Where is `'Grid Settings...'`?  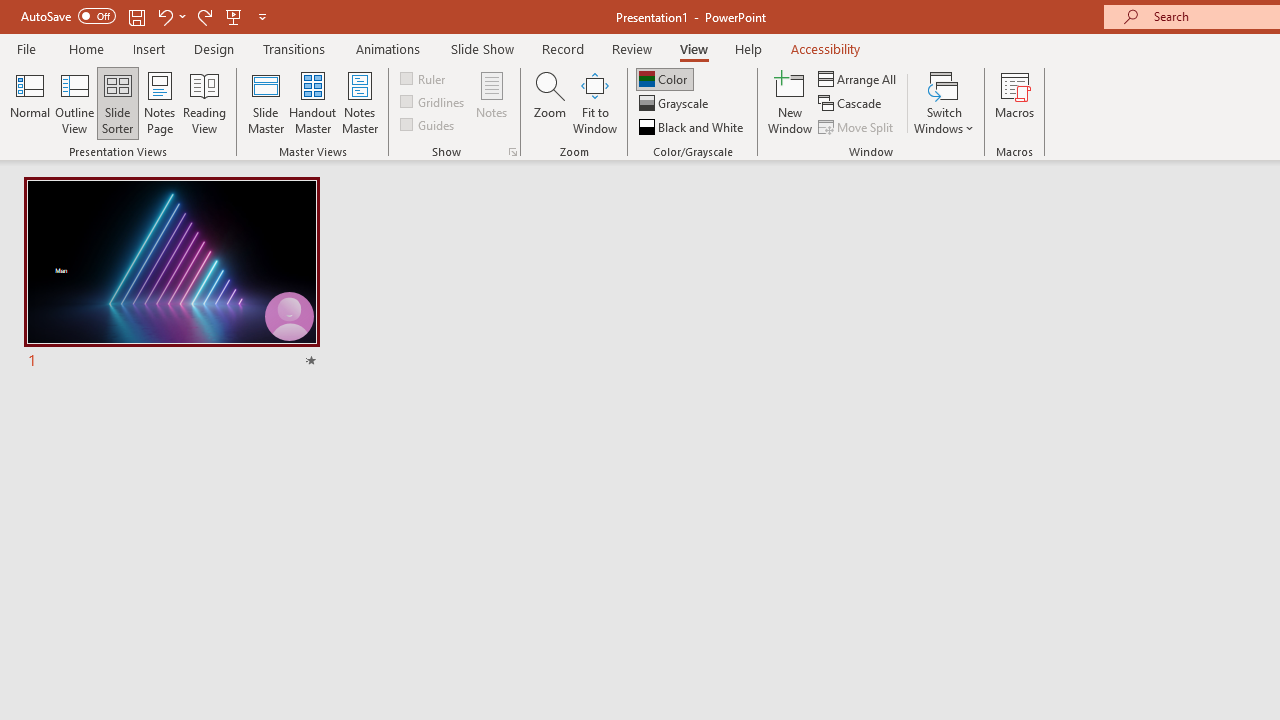 'Grid Settings...' is located at coordinates (513, 150).